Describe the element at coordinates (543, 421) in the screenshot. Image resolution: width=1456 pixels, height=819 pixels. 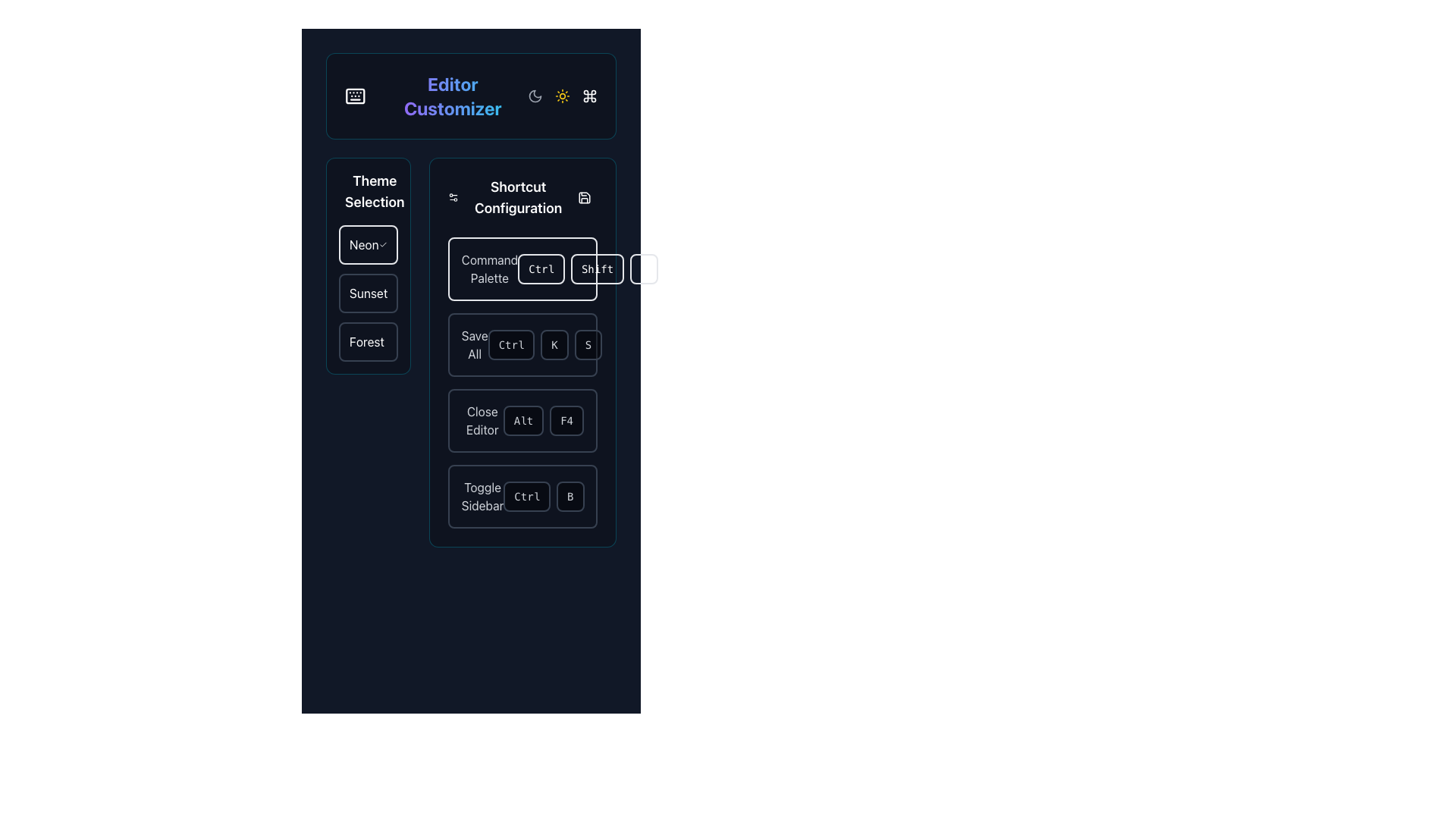
I see `the static text element displaying the keyboard shortcut 'Alt + F4' located in the 'Shortcut Configuration' section, positioned below 'Save All Ctrl K S' and above 'Toggle Sidebar Ctrl B'` at that location.